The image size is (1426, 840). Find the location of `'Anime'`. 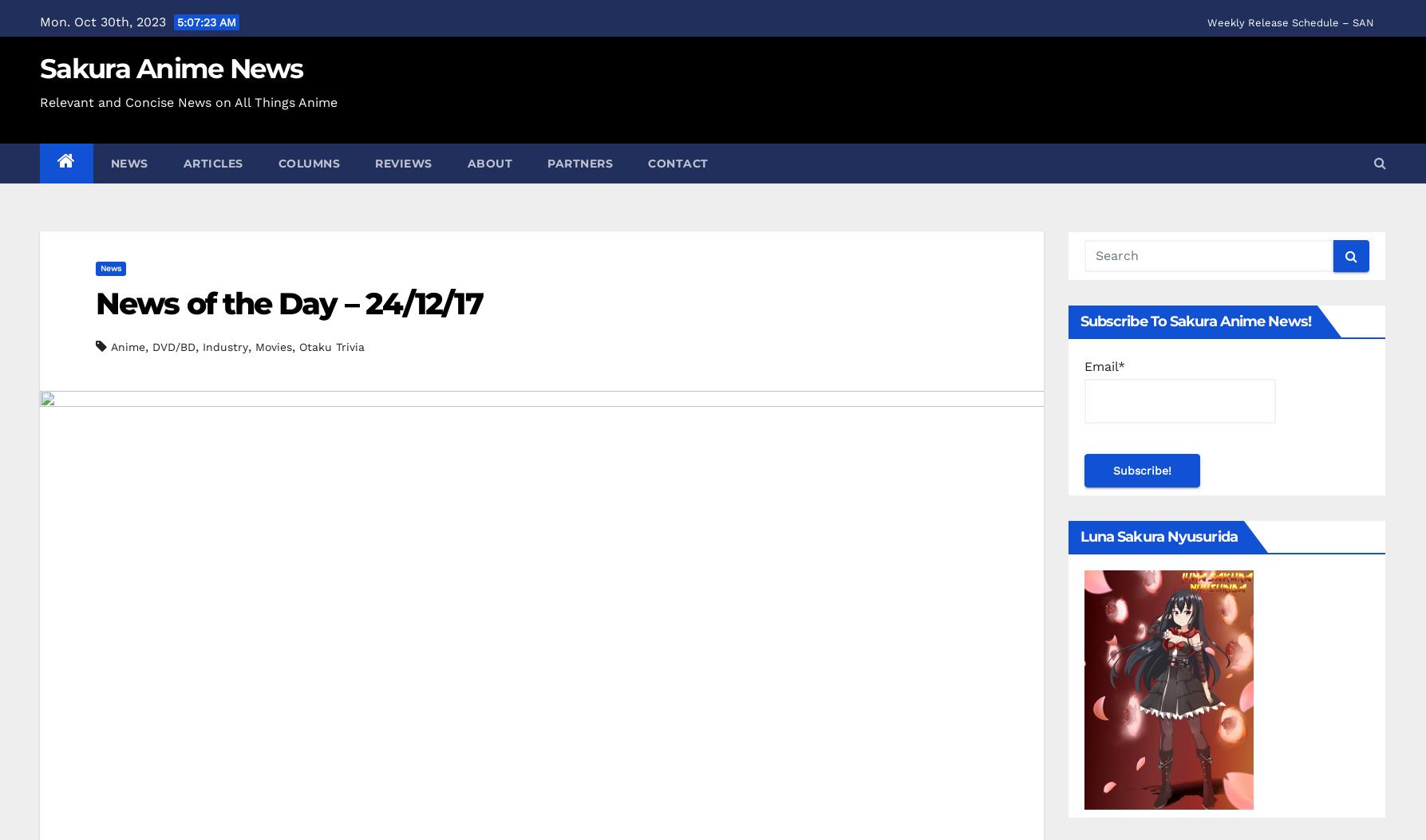

'Anime' is located at coordinates (111, 345).